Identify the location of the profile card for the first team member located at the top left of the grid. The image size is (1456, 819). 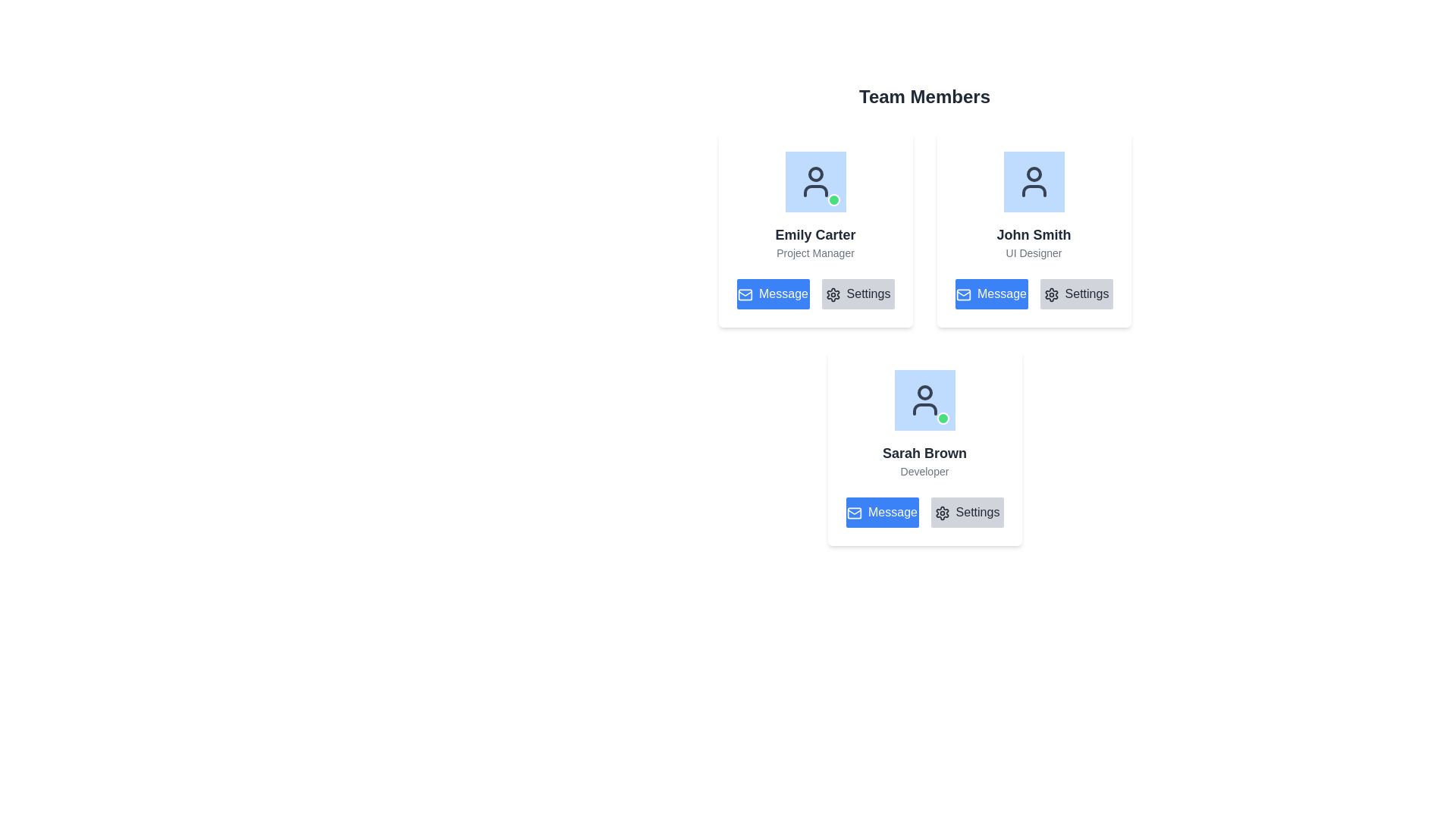
(814, 206).